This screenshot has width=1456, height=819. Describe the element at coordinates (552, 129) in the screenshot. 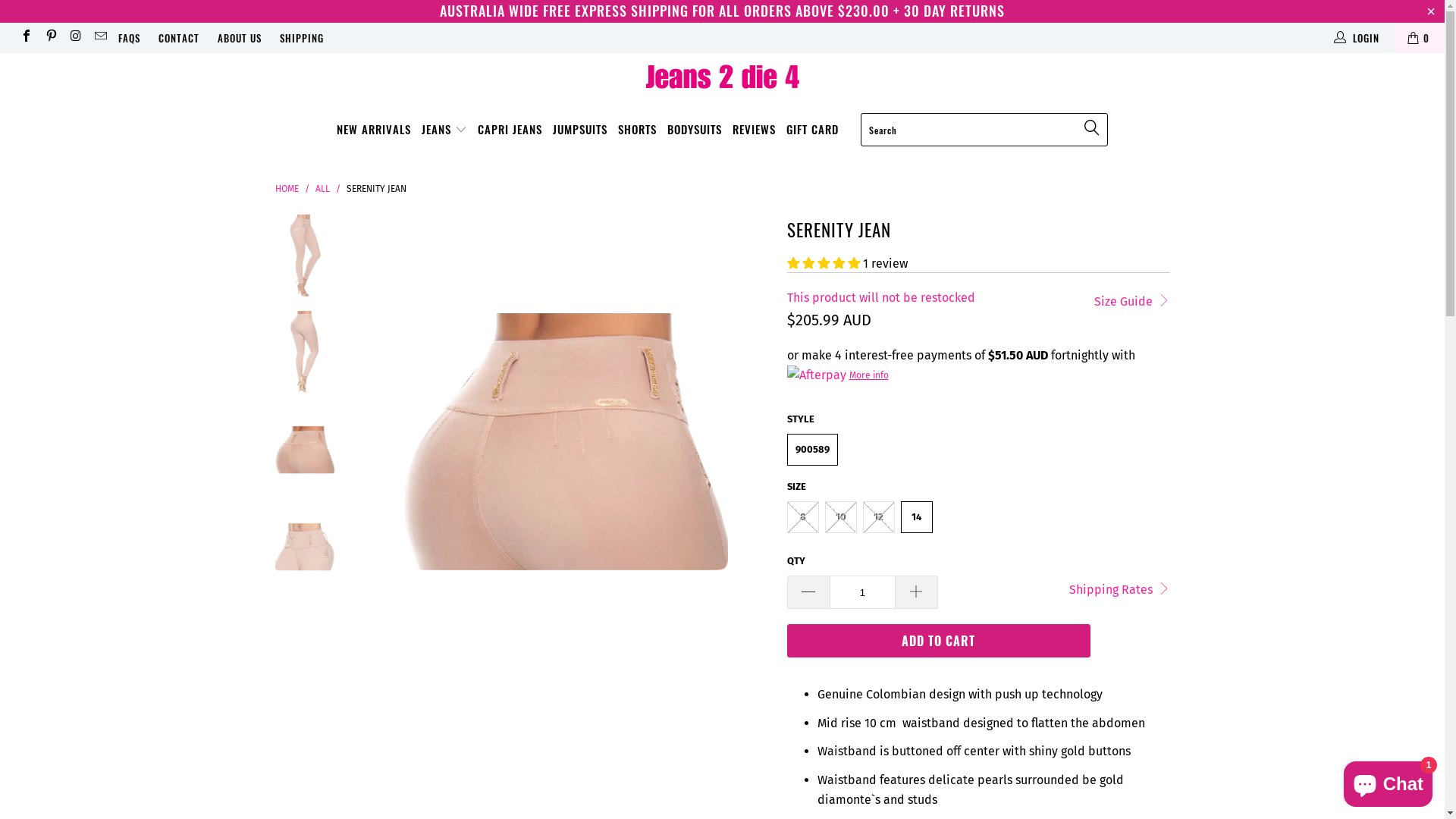

I see `'JUMPSUITS'` at that location.